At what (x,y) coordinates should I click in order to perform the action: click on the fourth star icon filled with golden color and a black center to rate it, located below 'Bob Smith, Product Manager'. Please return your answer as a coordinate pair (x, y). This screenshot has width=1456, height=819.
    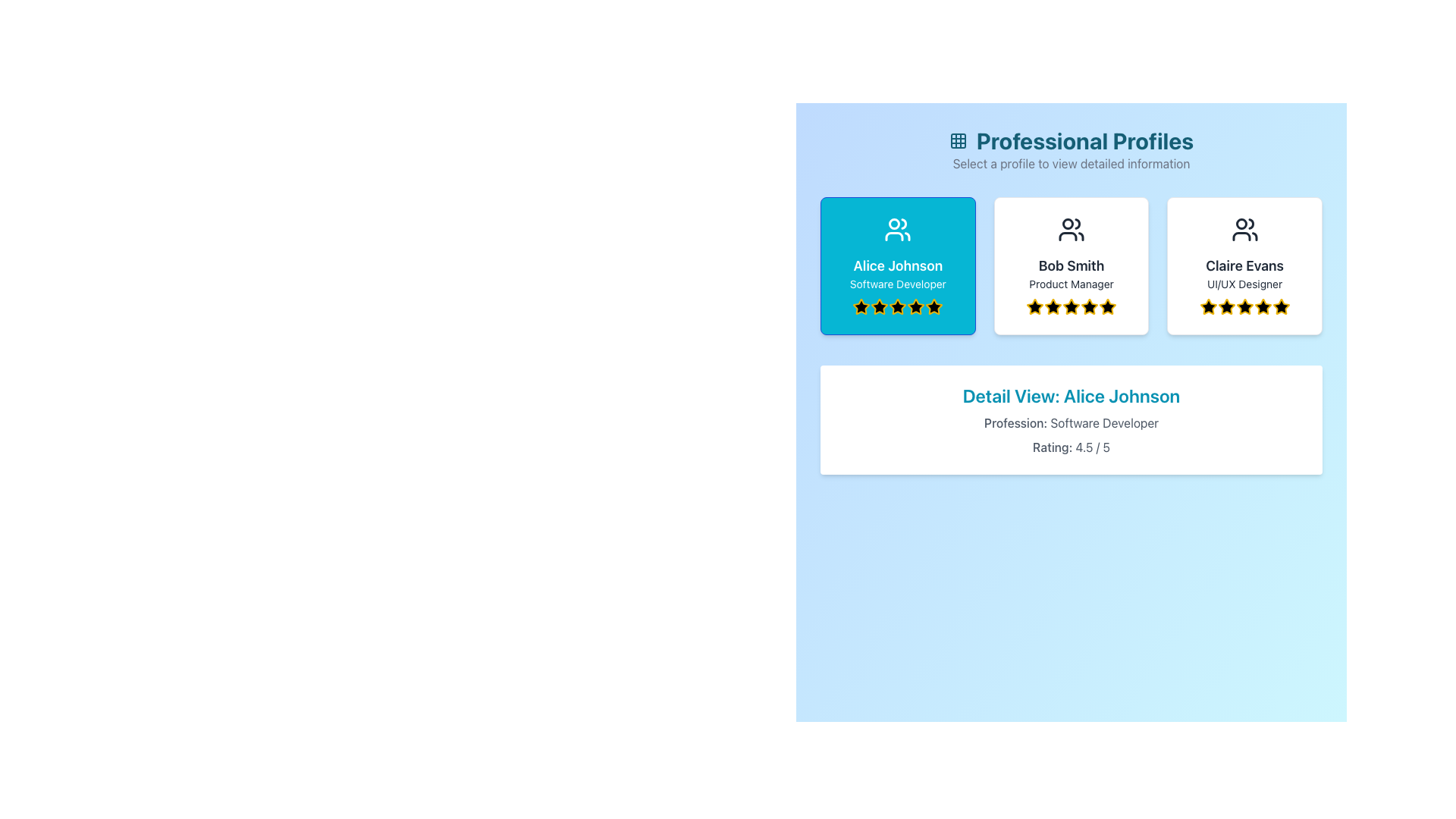
    Looking at the image, I should click on (1088, 306).